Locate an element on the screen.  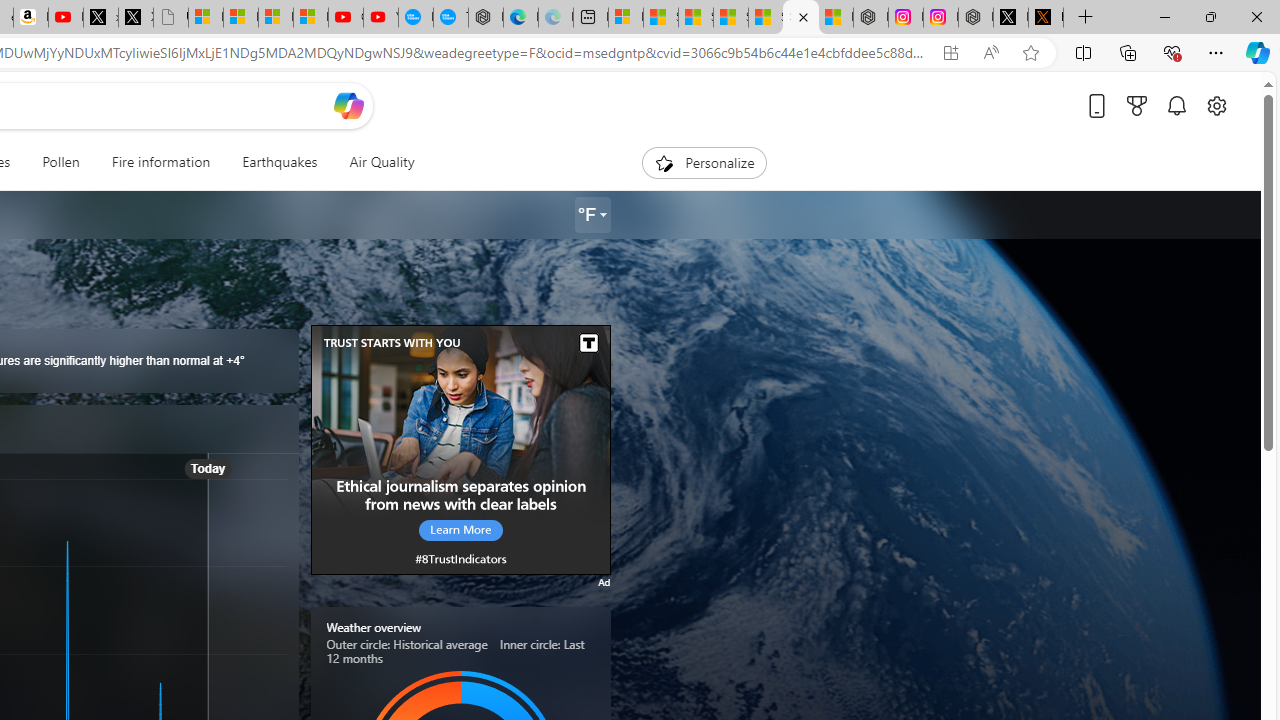
'Shanghai, China hourly forecast | Microsoft Weather' is located at coordinates (695, 17).